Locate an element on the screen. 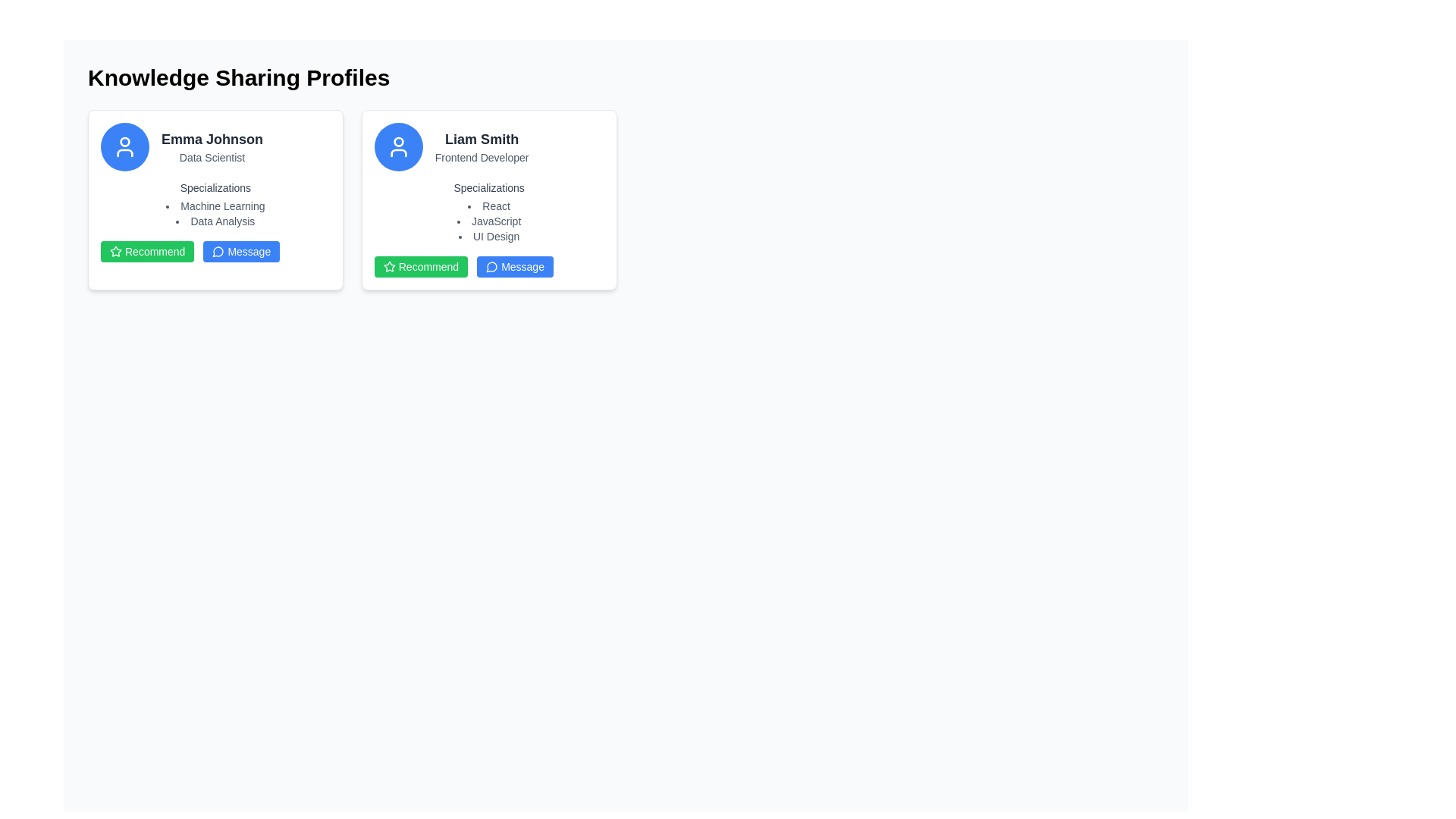 This screenshot has width=1456, height=819. the static text label element containing the text 'Specializations', which is styled with a medium-sized gray font and serves as a heading for the list of specializations is located at coordinates (215, 187).